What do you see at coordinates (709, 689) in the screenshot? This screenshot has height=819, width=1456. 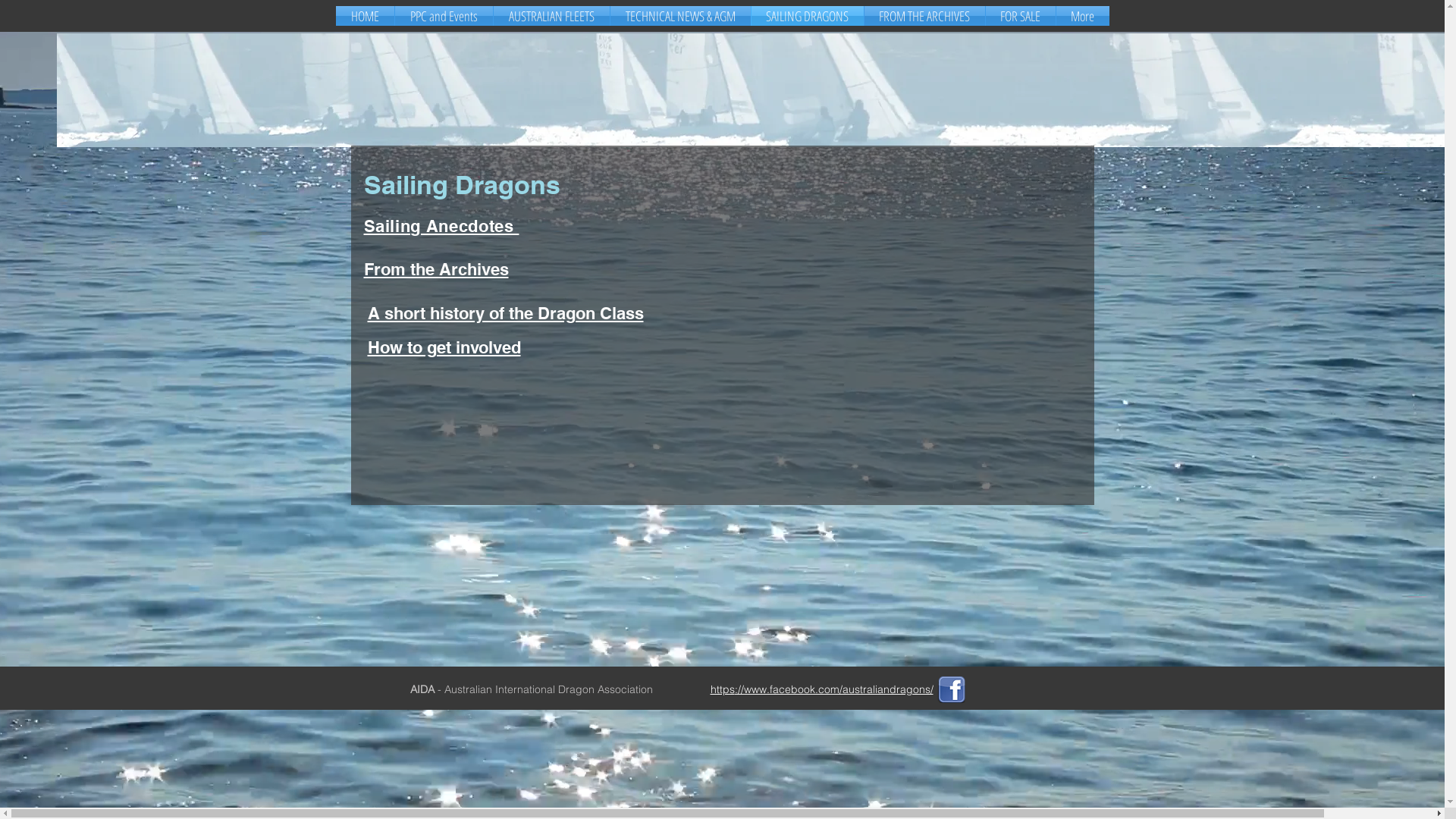 I see `'https'` at bounding box center [709, 689].